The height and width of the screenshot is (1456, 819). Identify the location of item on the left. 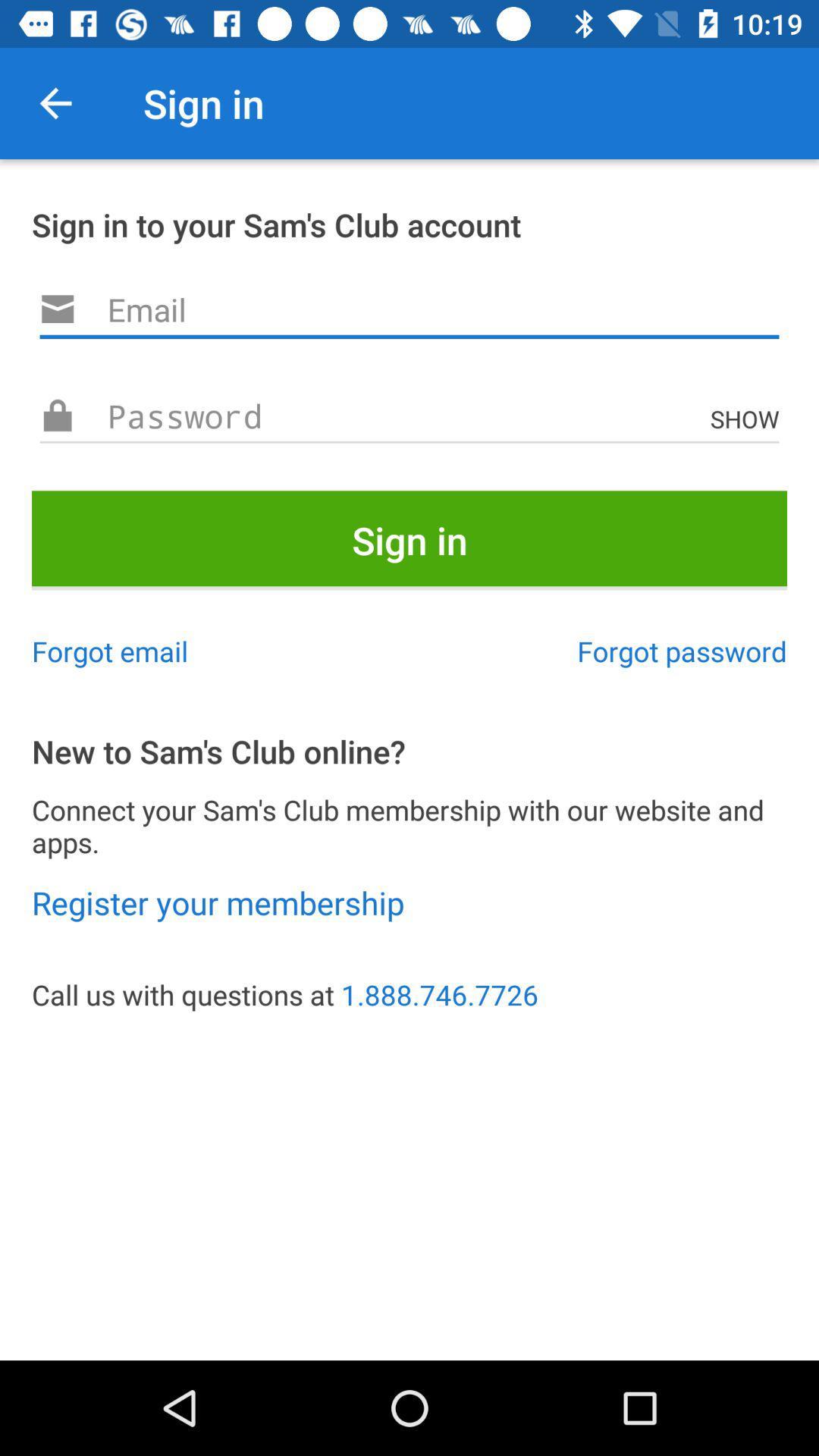
(109, 651).